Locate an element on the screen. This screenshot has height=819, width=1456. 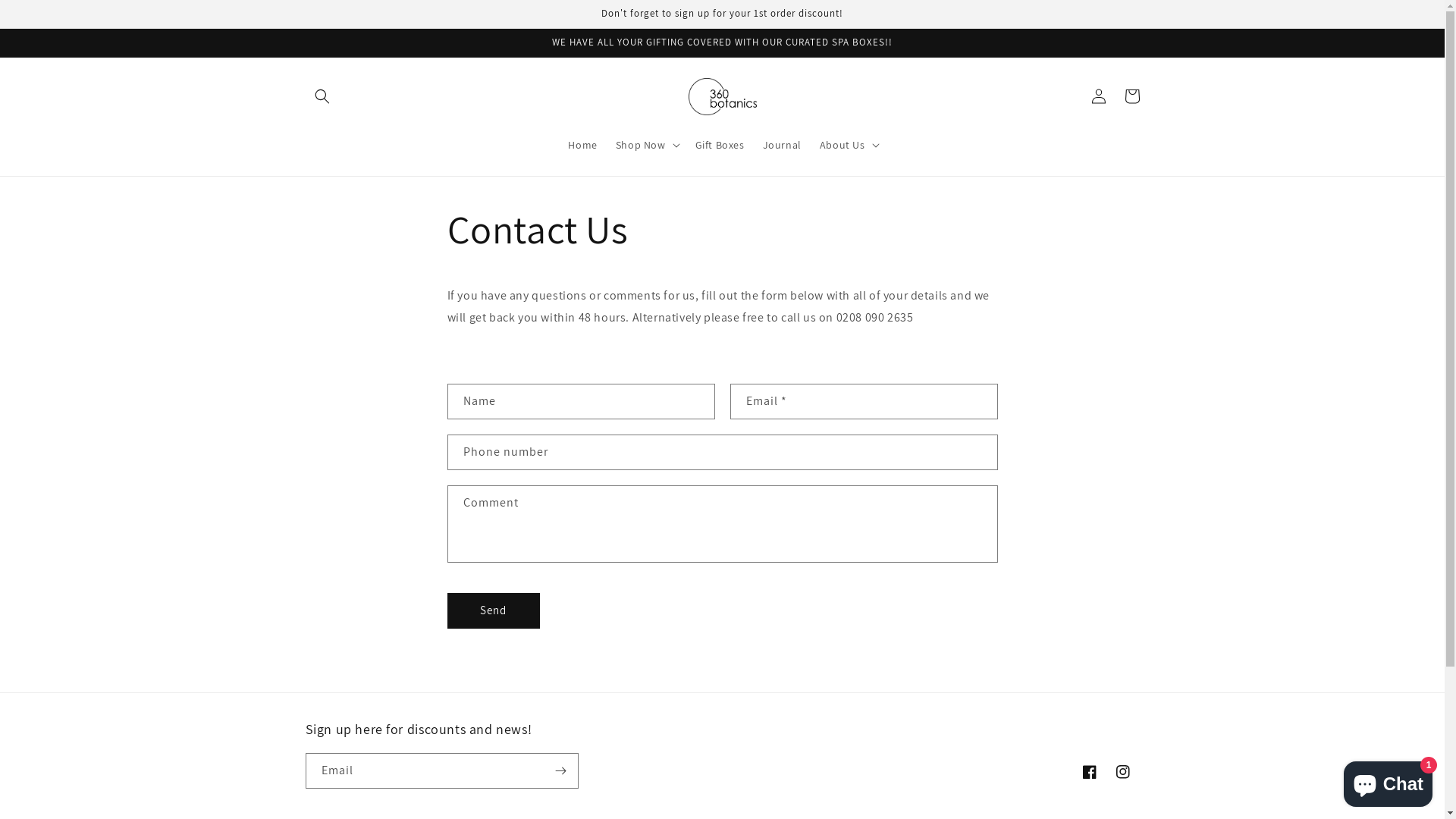
'Journal' is located at coordinates (782, 145).